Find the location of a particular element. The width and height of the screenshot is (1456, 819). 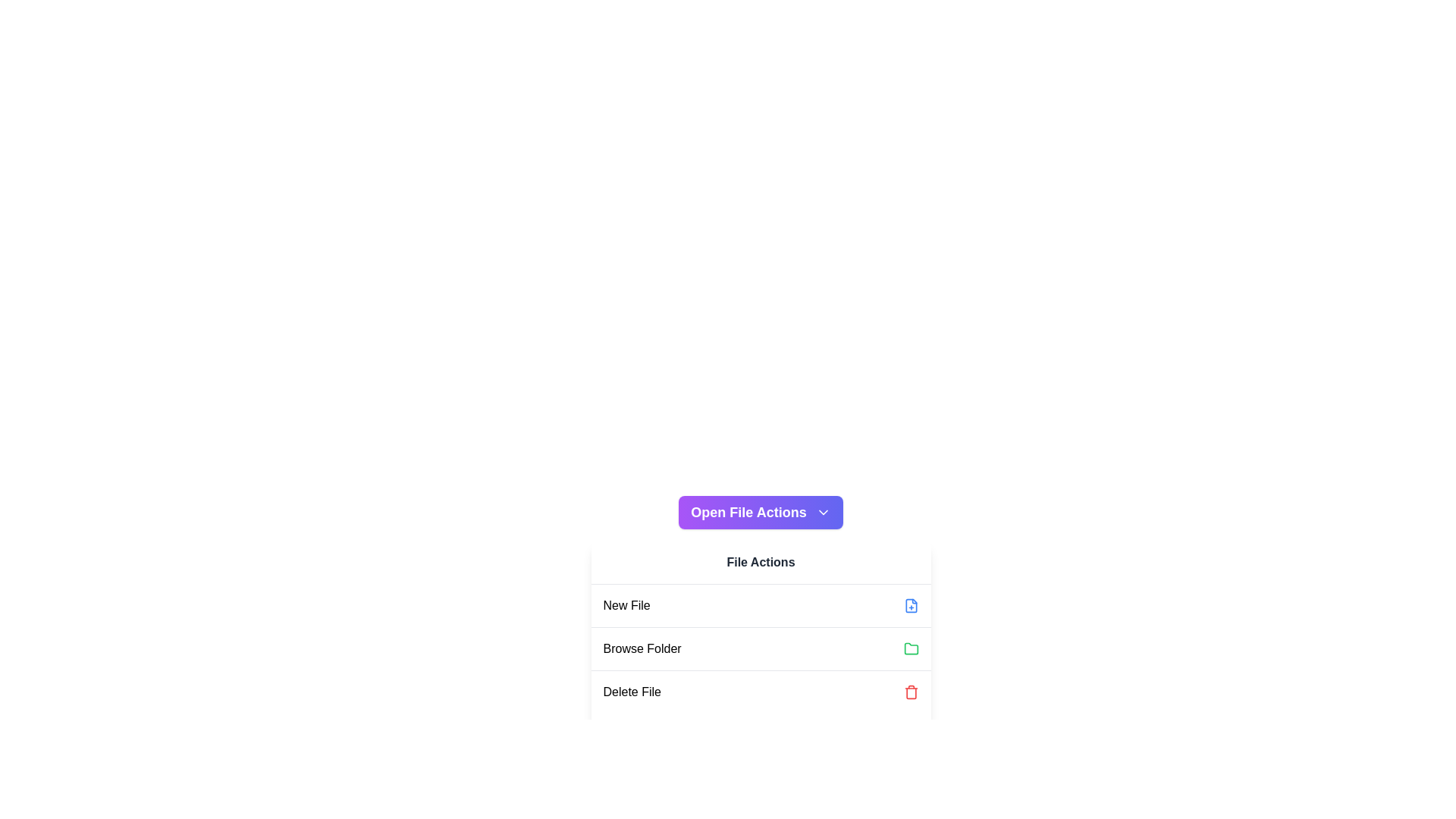

the static label that serves as a heading for the items in the modal-like panel, positioned at the top of the panel's content area is located at coordinates (761, 563).